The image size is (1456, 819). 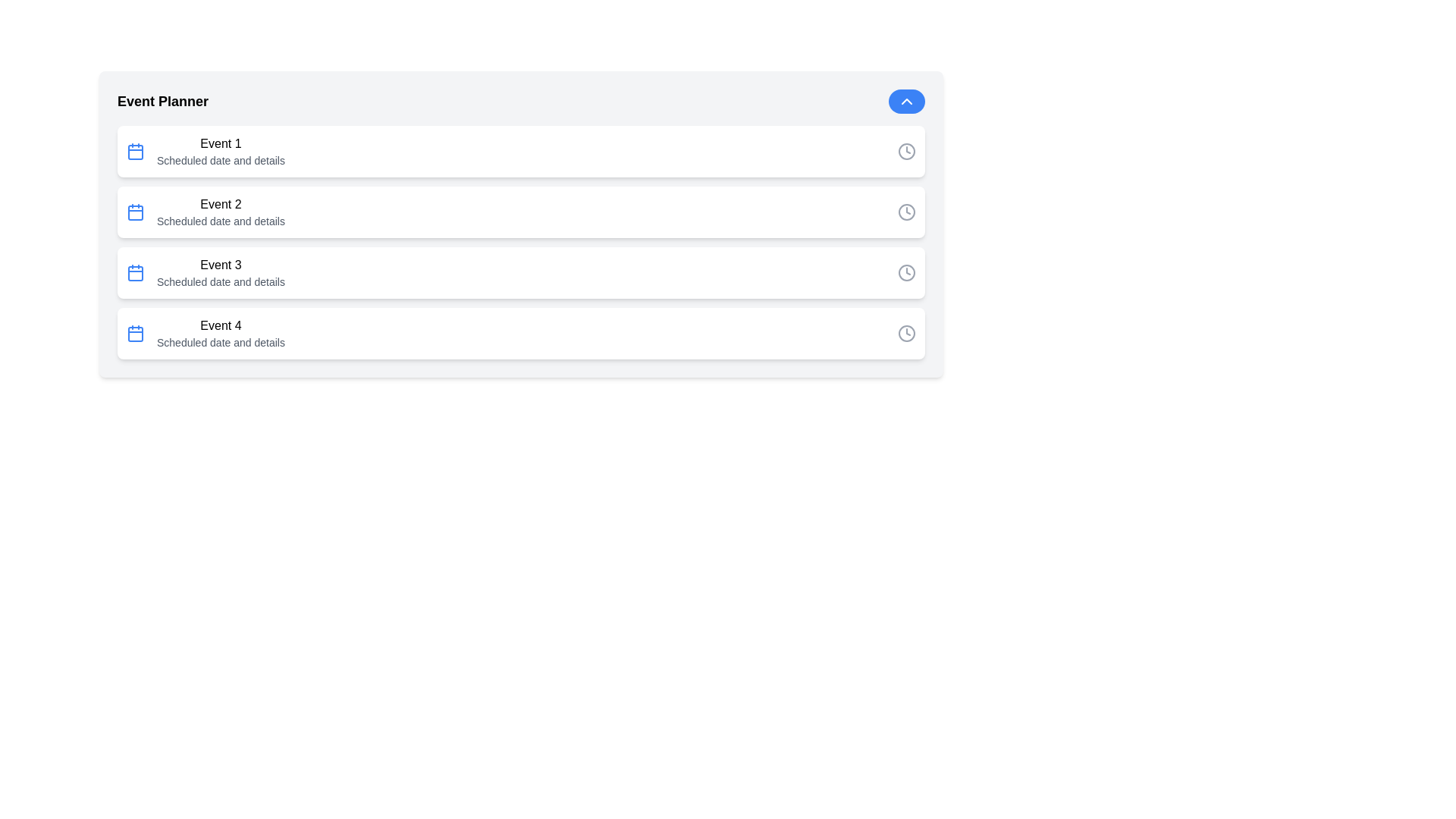 What do you see at coordinates (220, 332) in the screenshot?
I see `text content displayed in the fourth item of the vertical list in the 'Event Planner' section, which shows the title 'Event 4' and its brief description 'Scheduled date and details'` at bounding box center [220, 332].